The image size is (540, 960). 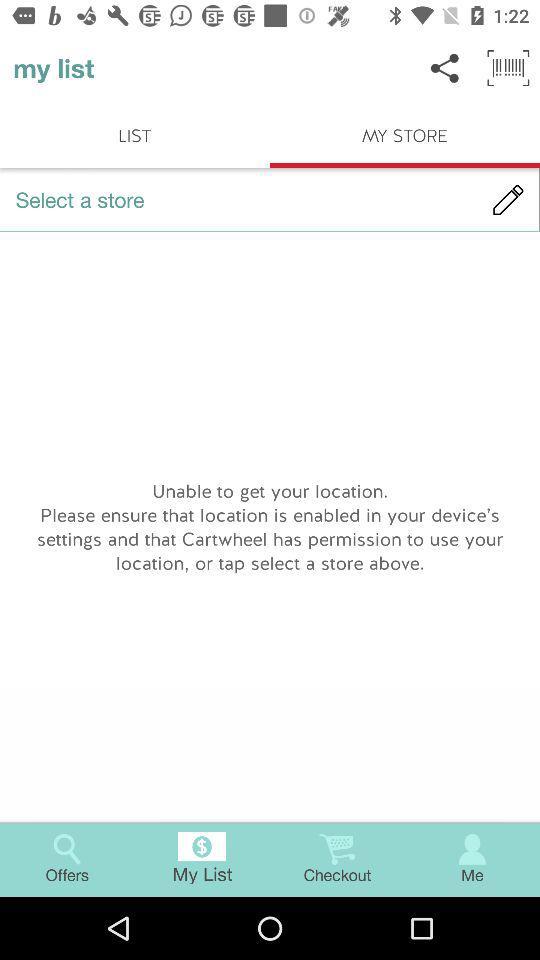 I want to click on the icon above the my store, so click(x=445, y=68).